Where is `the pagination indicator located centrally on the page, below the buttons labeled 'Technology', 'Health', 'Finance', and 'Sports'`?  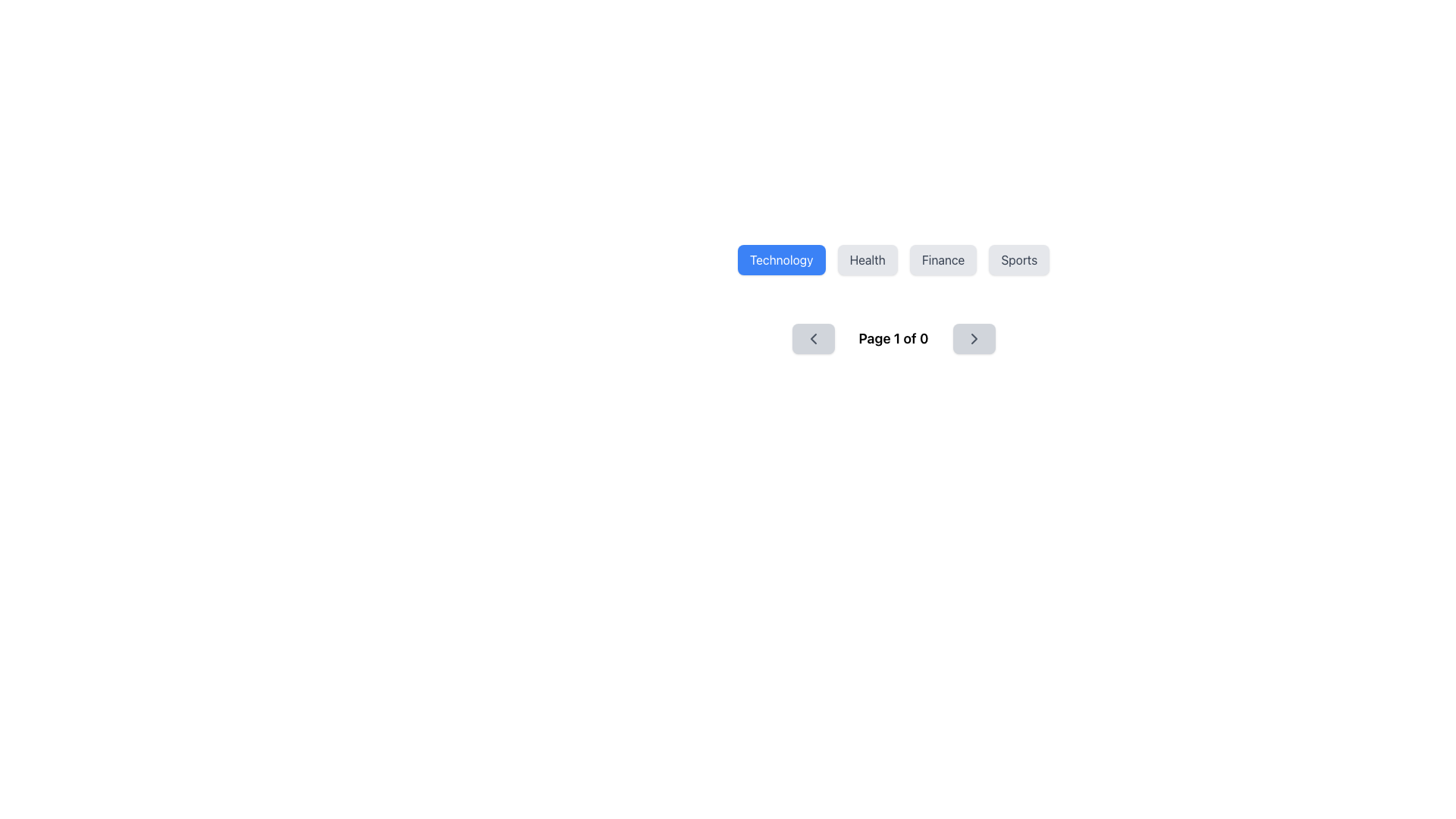
the pagination indicator located centrally on the page, below the buttons labeled 'Technology', 'Health', 'Finance', and 'Sports' is located at coordinates (893, 338).